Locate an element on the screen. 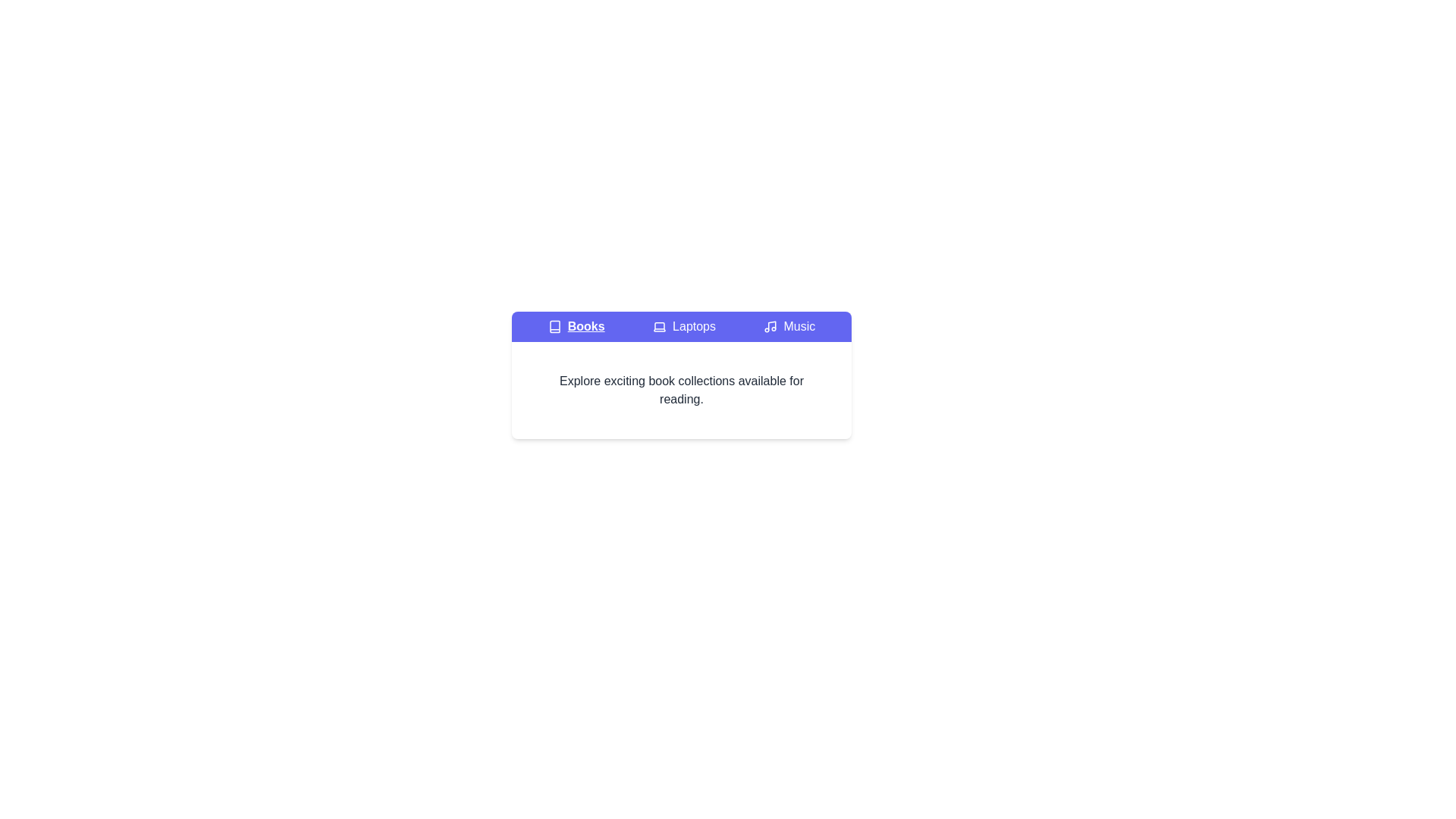 The width and height of the screenshot is (1456, 819). the Books tab to inspect its title and icon is located at coordinates (575, 326).